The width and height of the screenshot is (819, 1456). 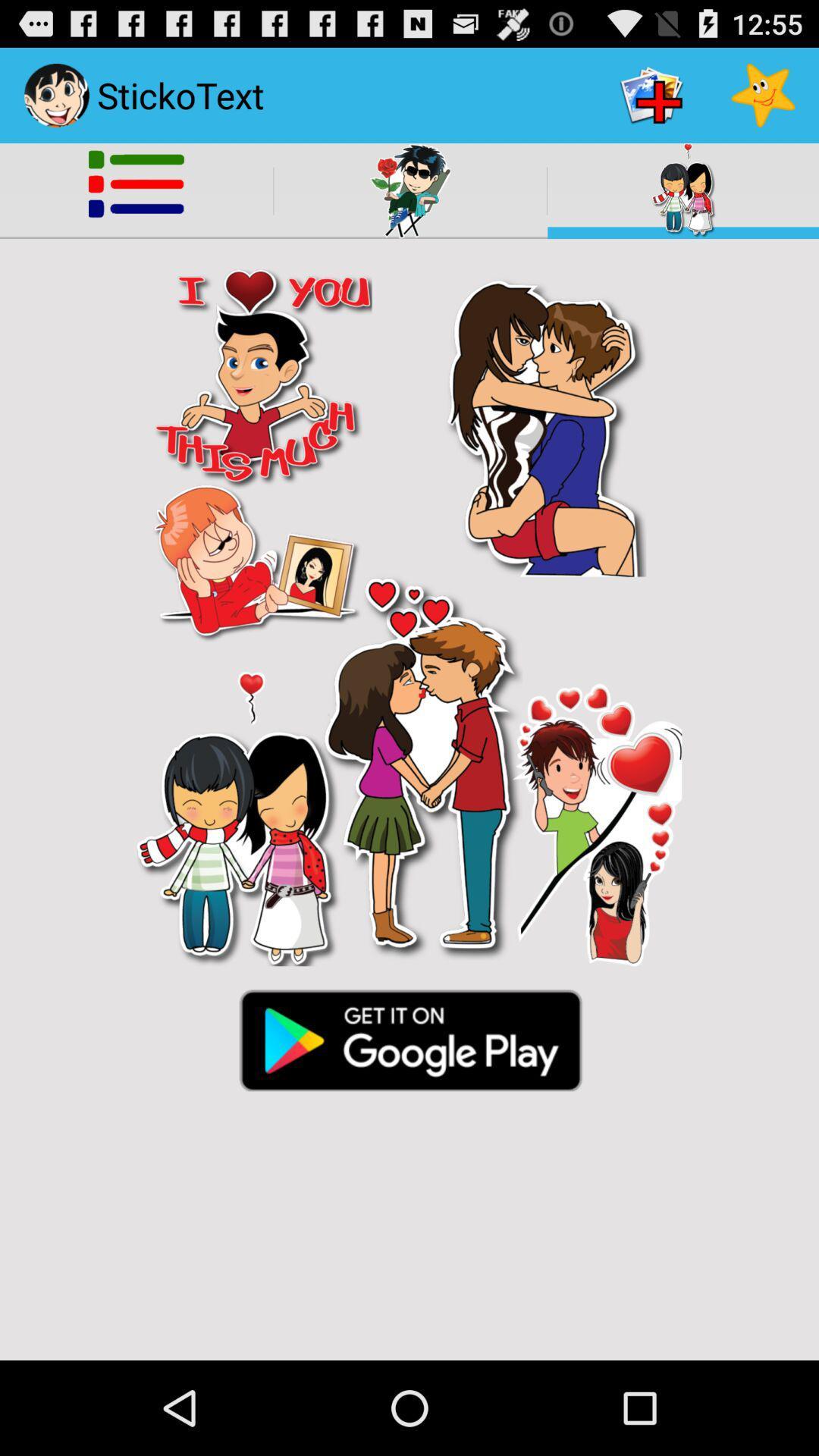 What do you see at coordinates (409, 1038) in the screenshot?
I see `visit play store` at bounding box center [409, 1038].